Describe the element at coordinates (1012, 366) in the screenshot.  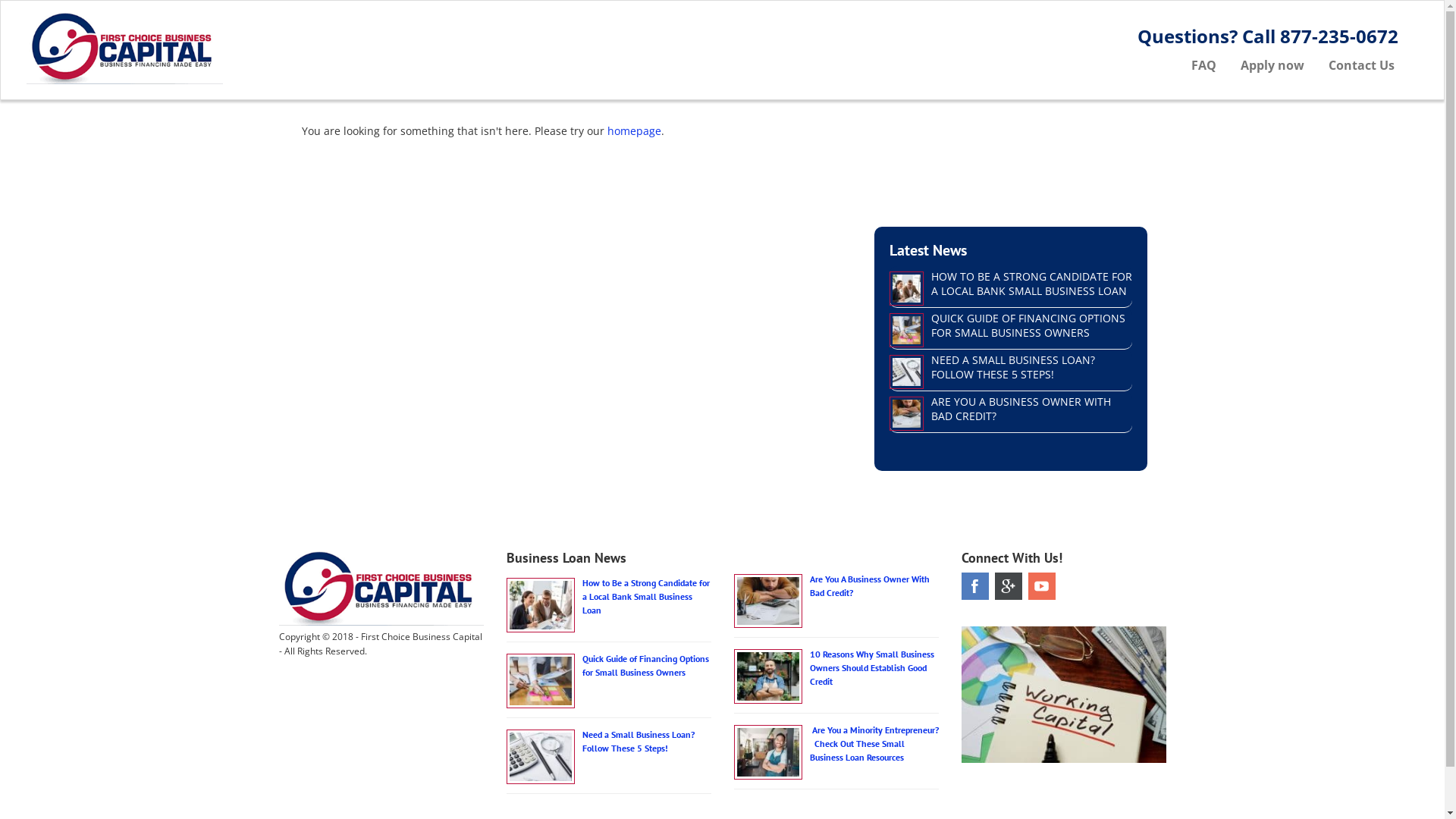
I see `'NEED A SMALL BUSINESS LOAN? FOLLOW THESE 5 STEPS!'` at that location.